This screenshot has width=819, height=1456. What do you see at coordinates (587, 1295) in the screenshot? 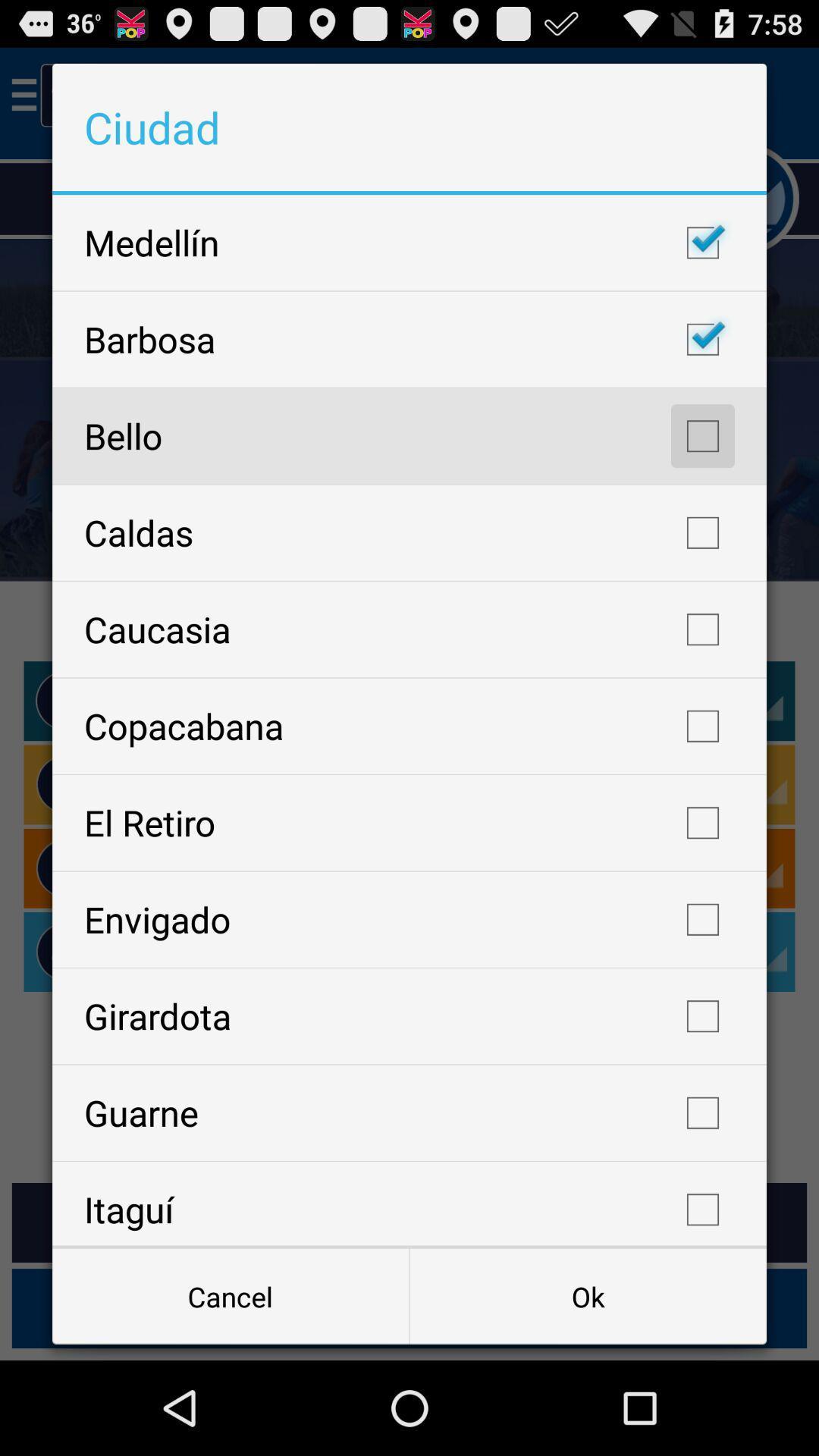
I see `item next to cancel` at bounding box center [587, 1295].